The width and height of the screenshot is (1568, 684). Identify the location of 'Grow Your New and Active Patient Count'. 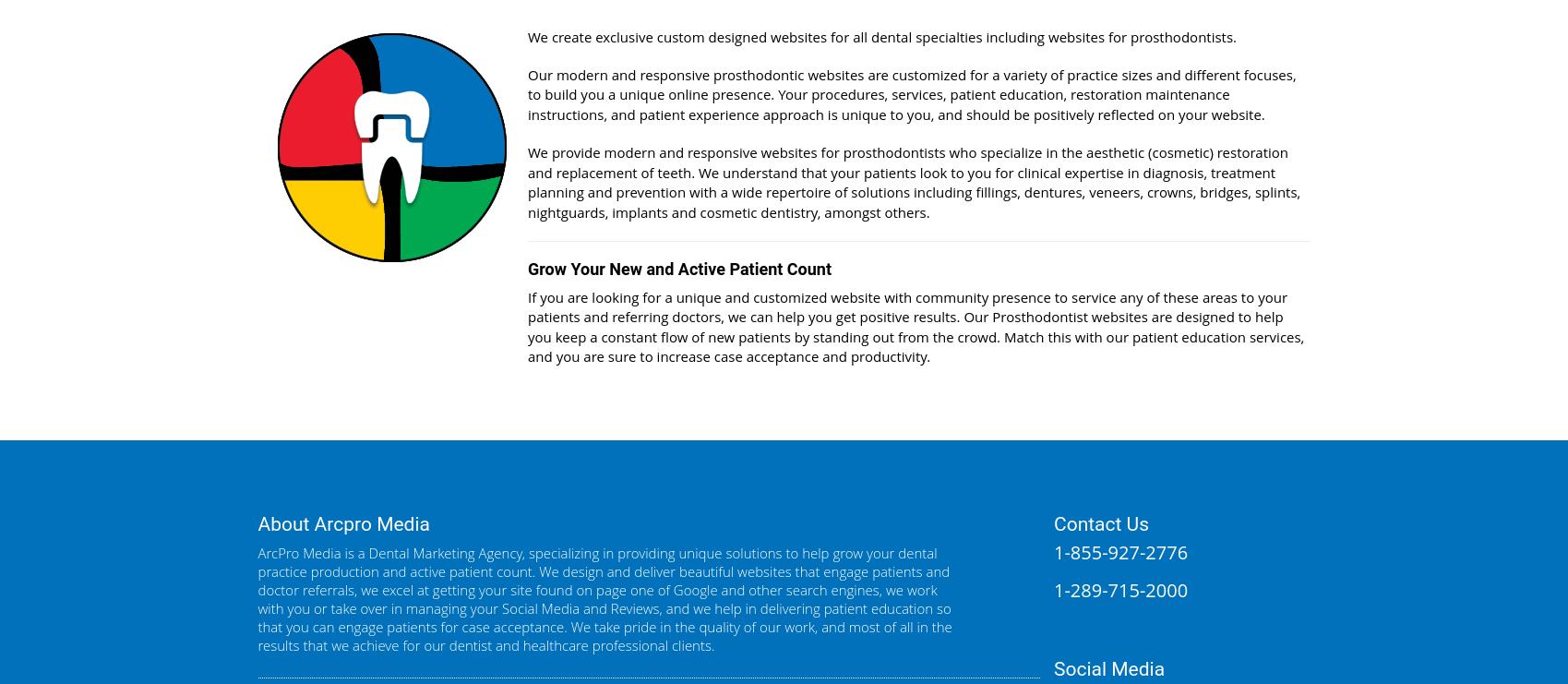
(678, 267).